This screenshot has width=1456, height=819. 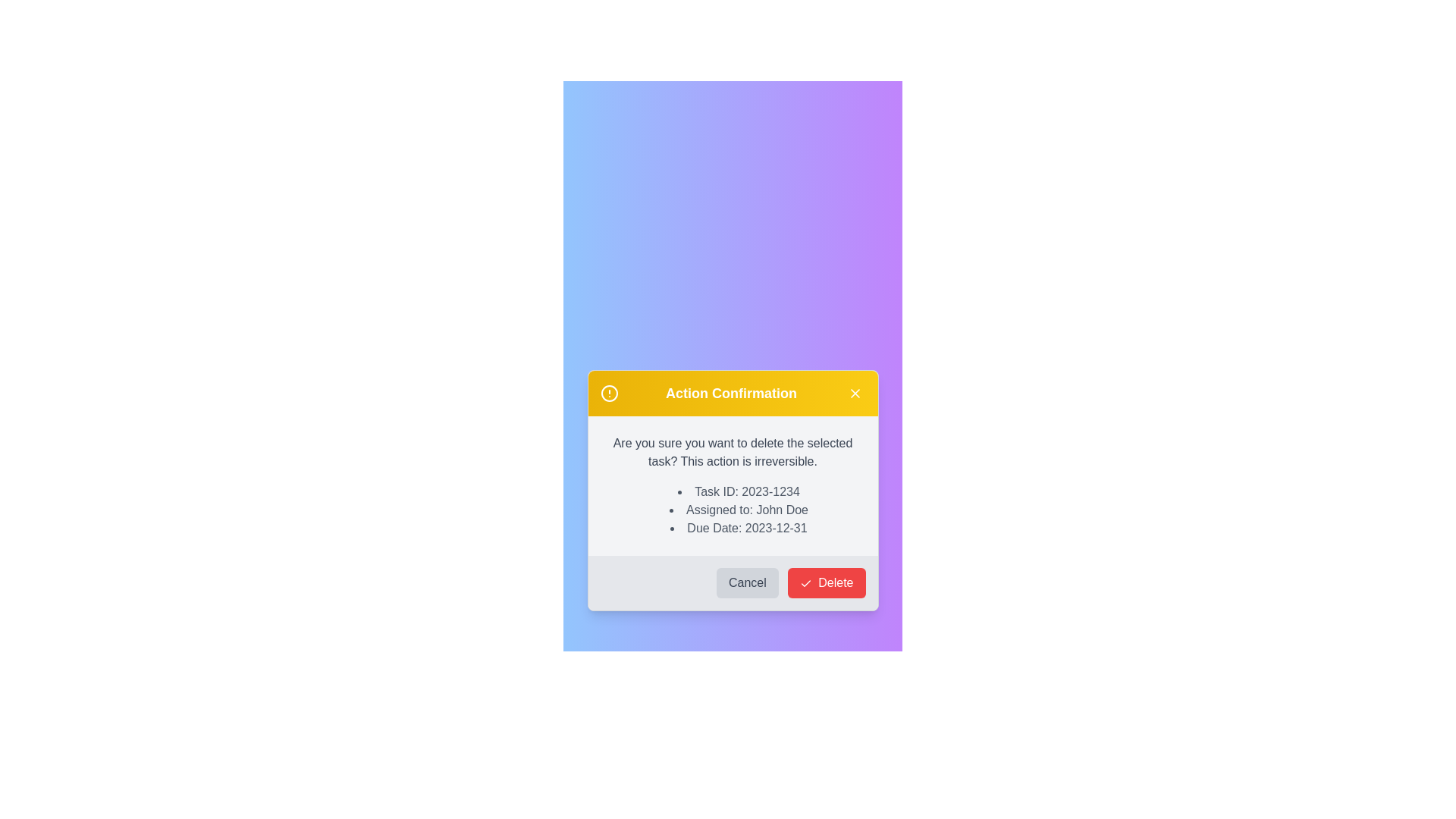 What do you see at coordinates (855, 393) in the screenshot?
I see `the close Icon button located on the rightmost edge of the yellow header bar of the dialog box` at bounding box center [855, 393].